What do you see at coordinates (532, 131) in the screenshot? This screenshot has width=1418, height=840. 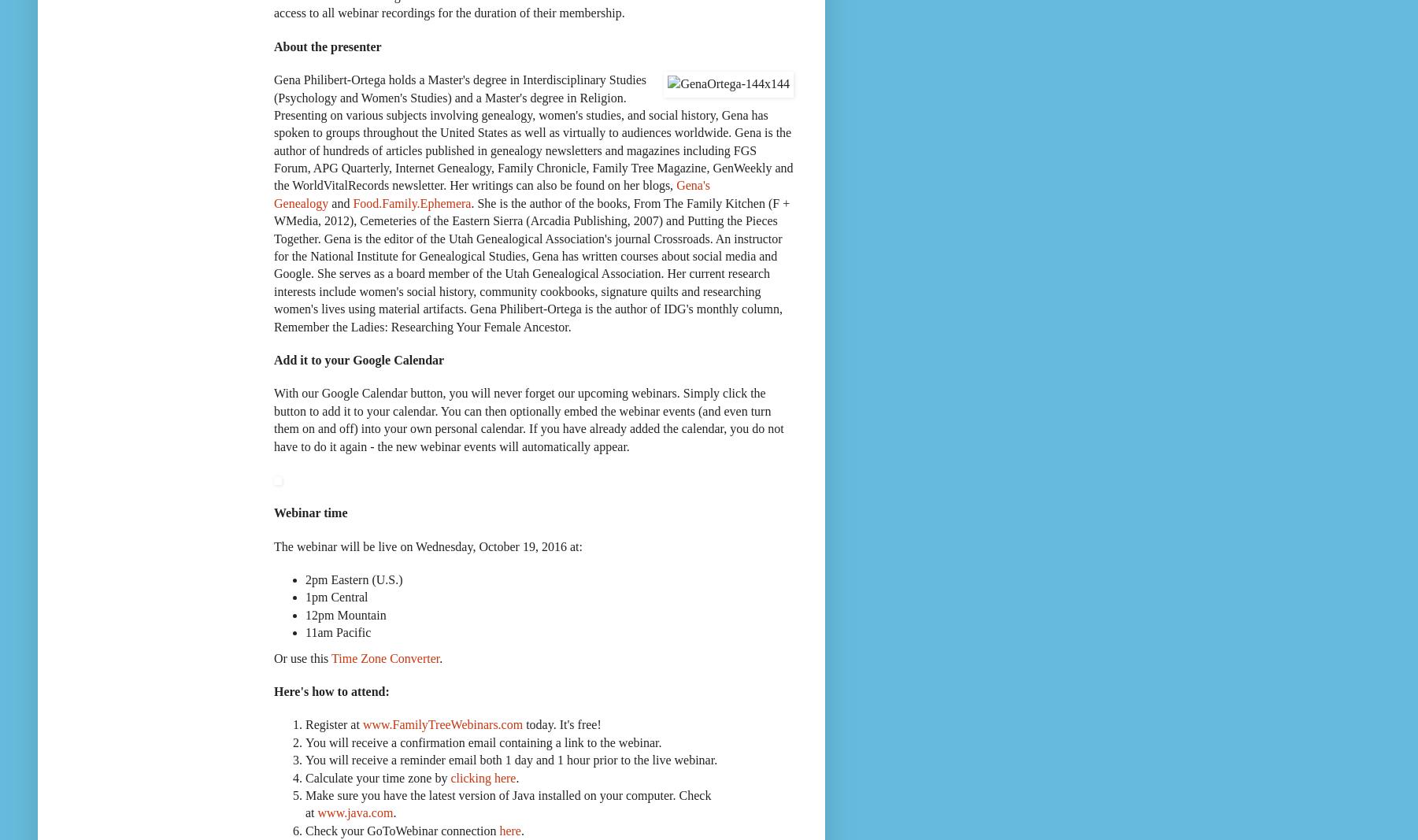 I see `'Gena Philibert-Ortega holds a Master's degree in Interdisciplinary Studies (Psychology and Women's Studies) and a Master's degree in Religion. Presenting on various subjects involving genealogy, women's studies, and social history, Gena has spoken to groups throughout the United States as well as virtually to audiences worldwide. Gena is the author of hundreds of articles published in genealogy newsletters and magazines including FGS Forum, APG Quarterly, Internet Genealogy, Family Chronicle, Family Tree Magazine, GenWeekly and the WorldVitalRecords newsletter. Her writings can also be found on her blogs,'` at bounding box center [532, 131].